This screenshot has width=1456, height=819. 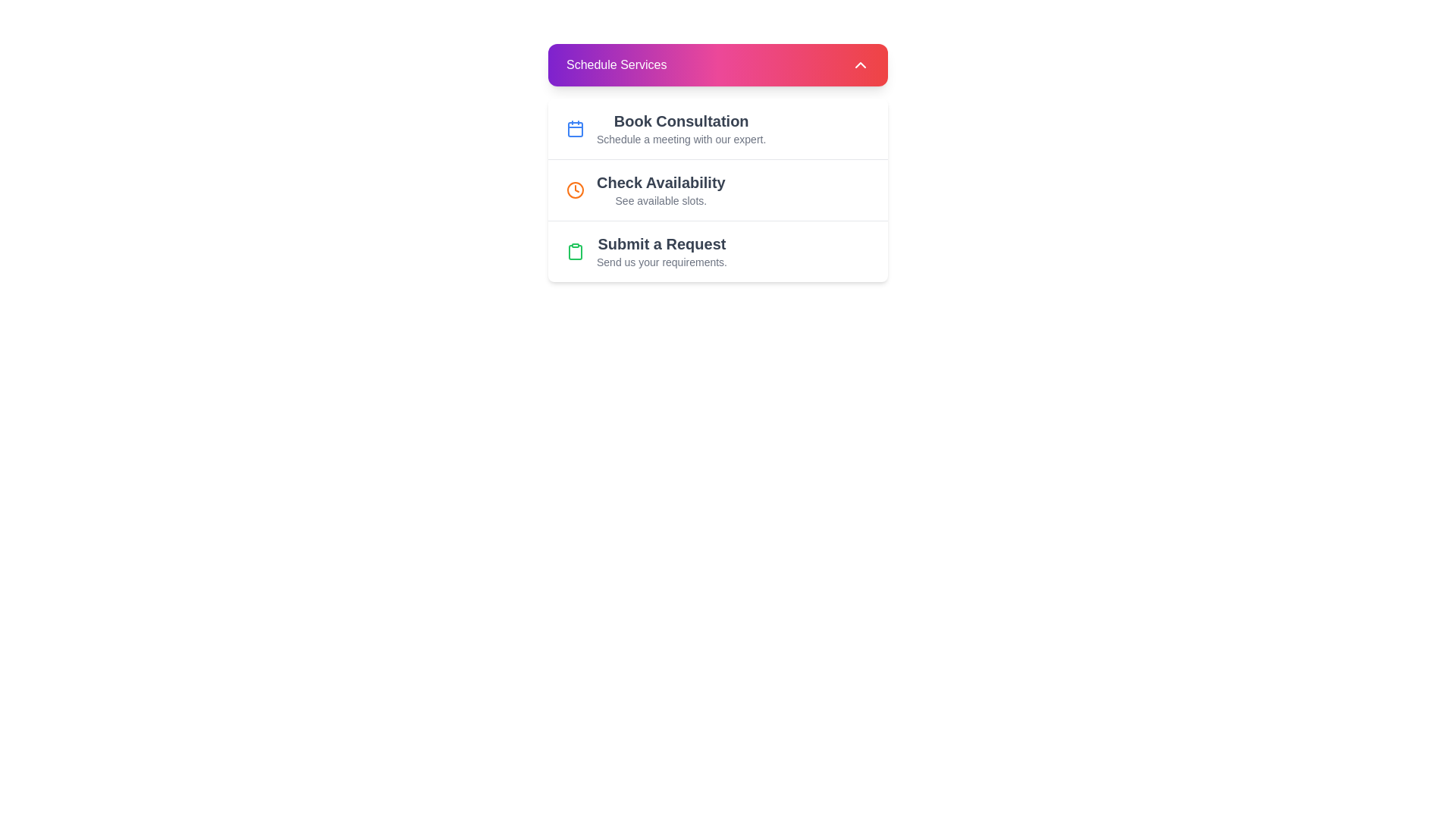 What do you see at coordinates (574, 128) in the screenshot?
I see `the Decorative SVG element with a blue stroke located centrally within the calendar icon, which is the first icon in the 'Schedule Services' panel` at bounding box center [574, 128].